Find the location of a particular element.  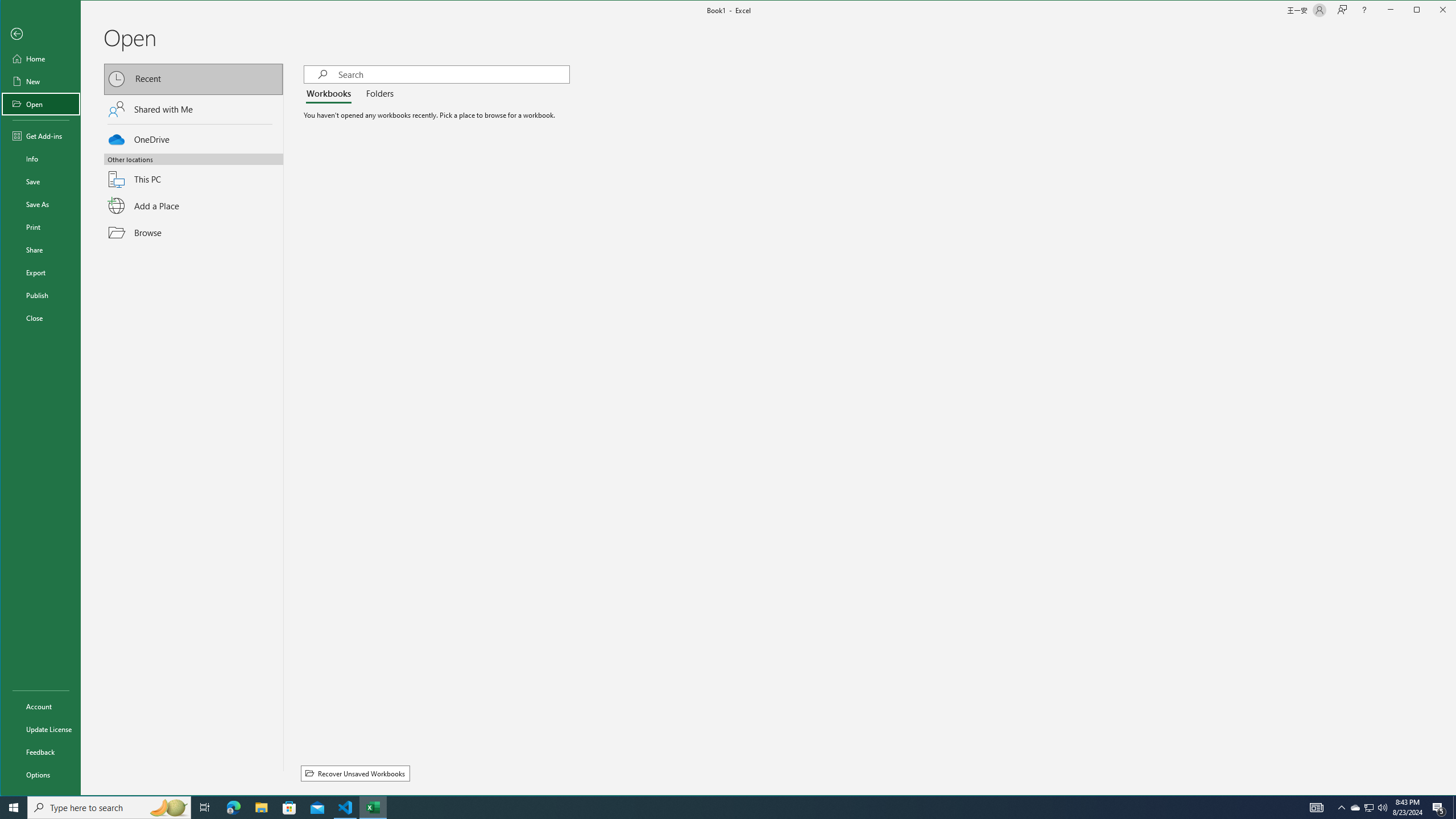

'User Promoted Notification Area' is located at coordinates (1368, 806).